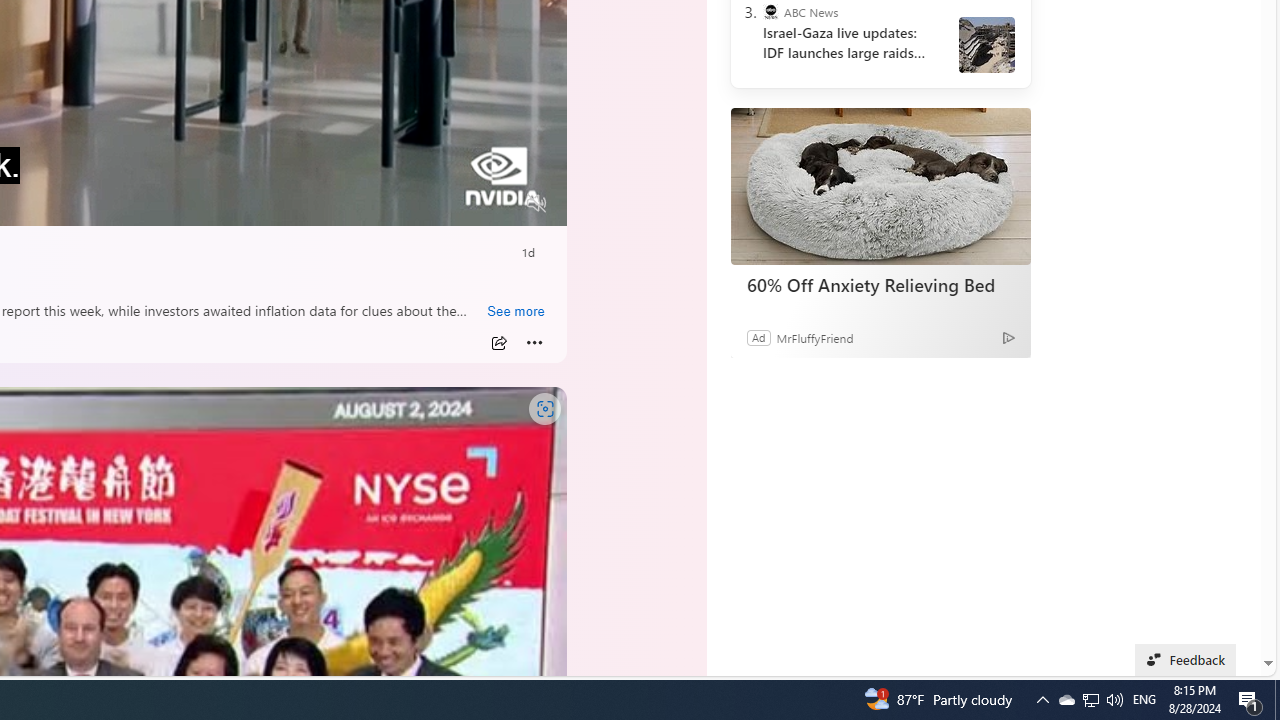 The height and width of the screenshot is (720, 1280). I want to click on 'ABC News', so click(769, 12).